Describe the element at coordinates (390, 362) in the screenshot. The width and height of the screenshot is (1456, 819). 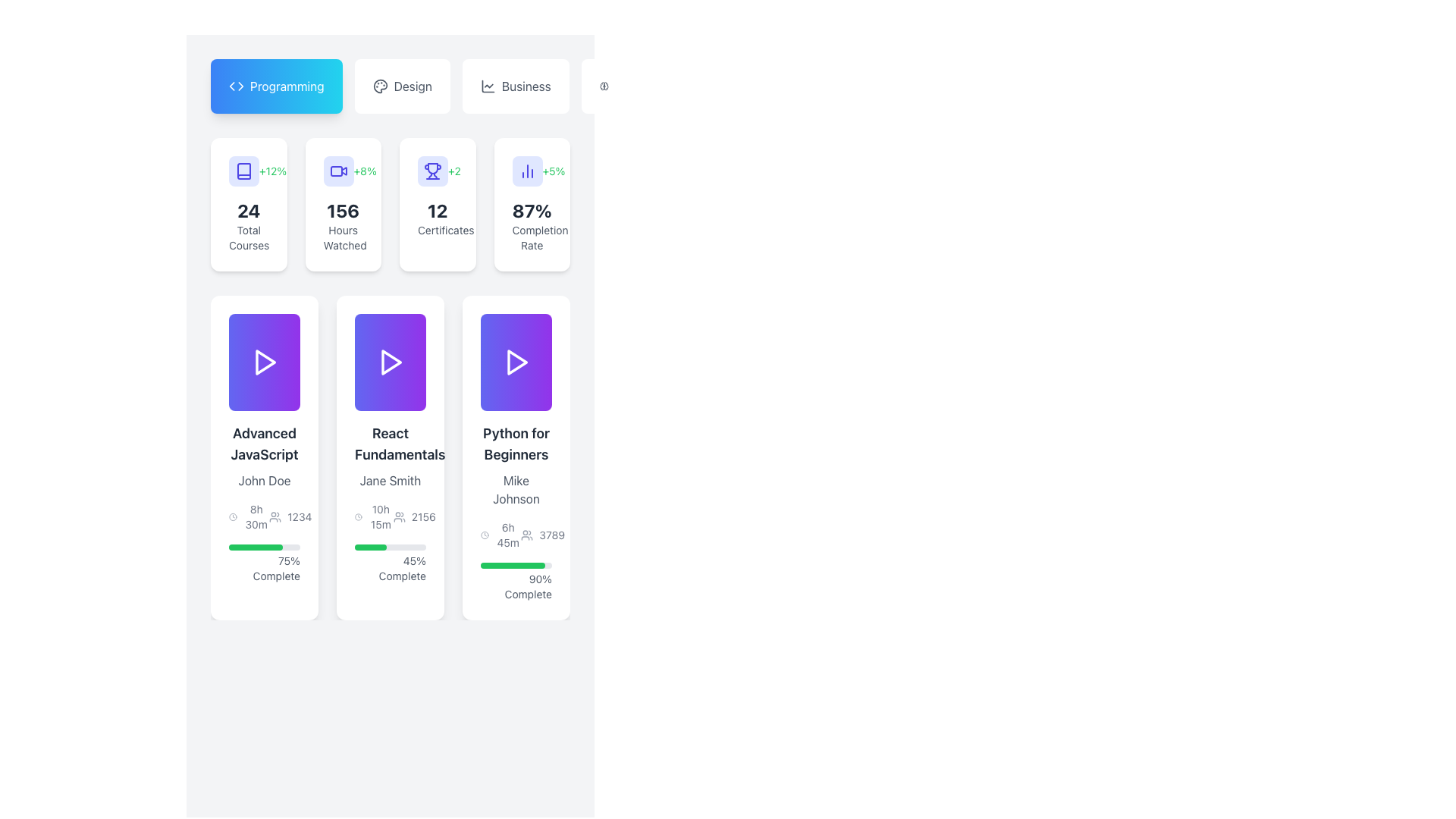
I see `the graphical play indicator icon button, which is a rectangular box with rounded corners and a white play icon centered on it, located within the 'React Fundamentals' card` at that location.